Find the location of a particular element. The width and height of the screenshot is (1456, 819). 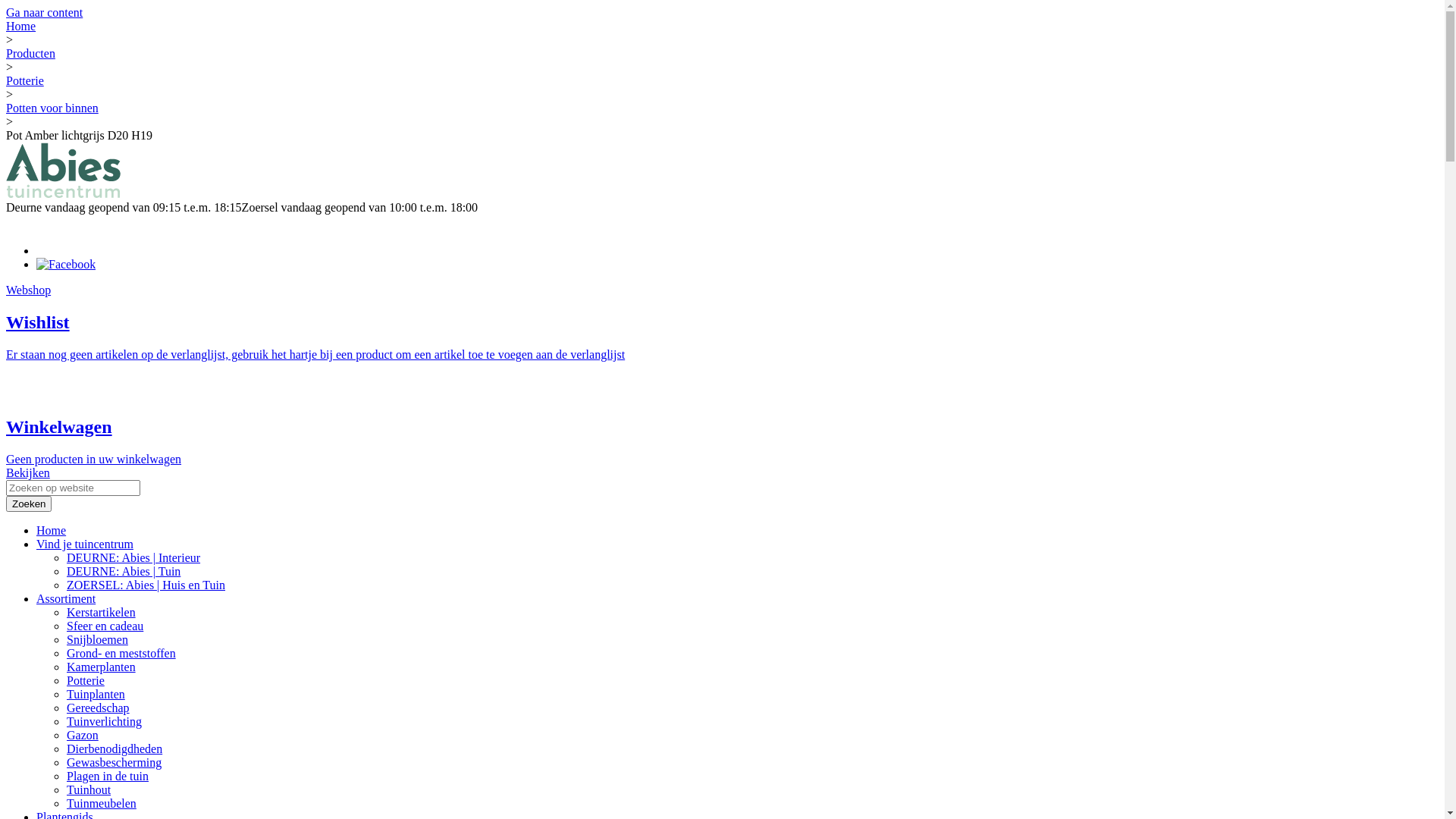

'Kamerplanten' is located at coordinates (100, 666).